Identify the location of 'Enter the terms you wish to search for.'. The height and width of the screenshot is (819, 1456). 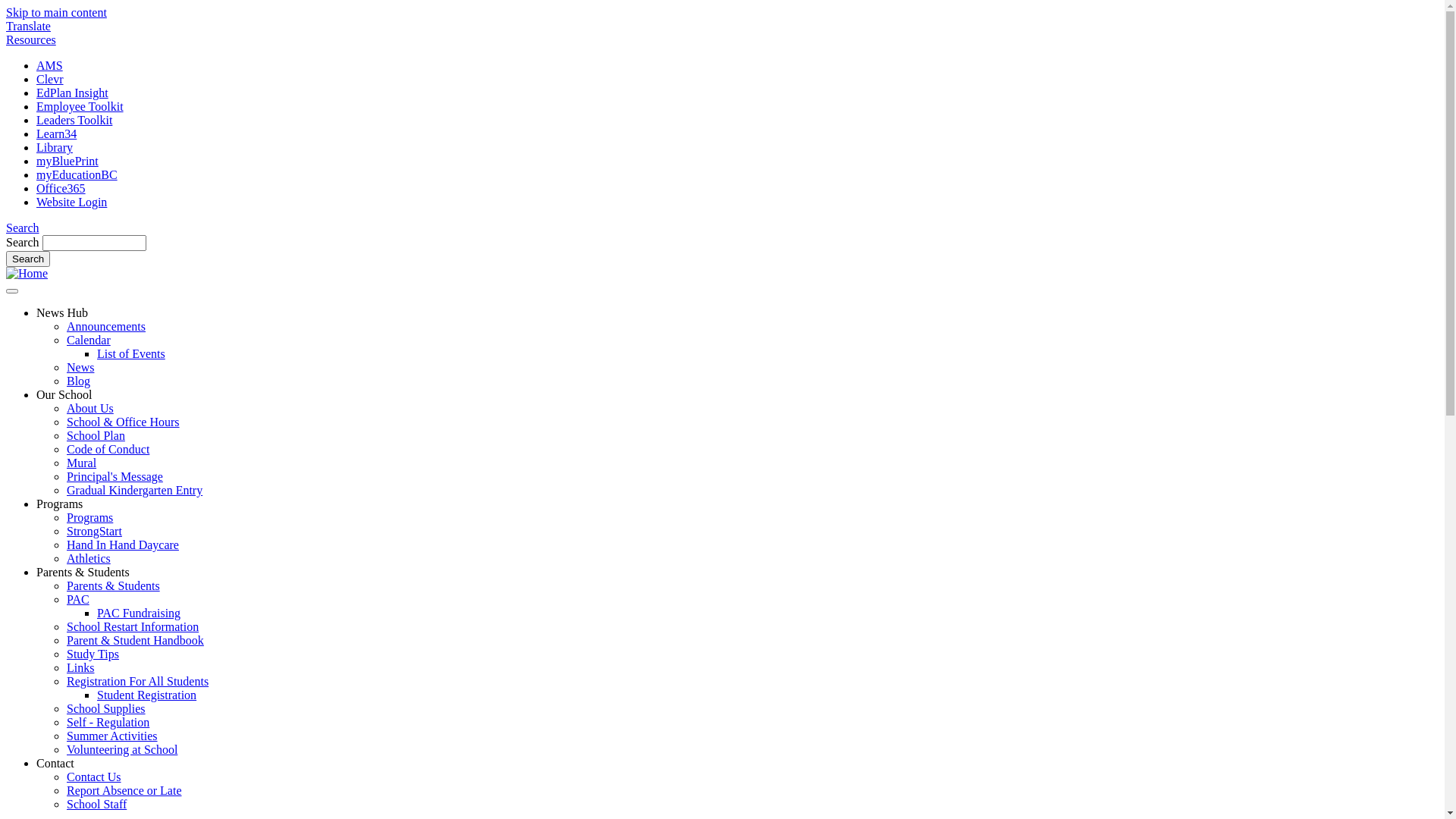
(93, 242).